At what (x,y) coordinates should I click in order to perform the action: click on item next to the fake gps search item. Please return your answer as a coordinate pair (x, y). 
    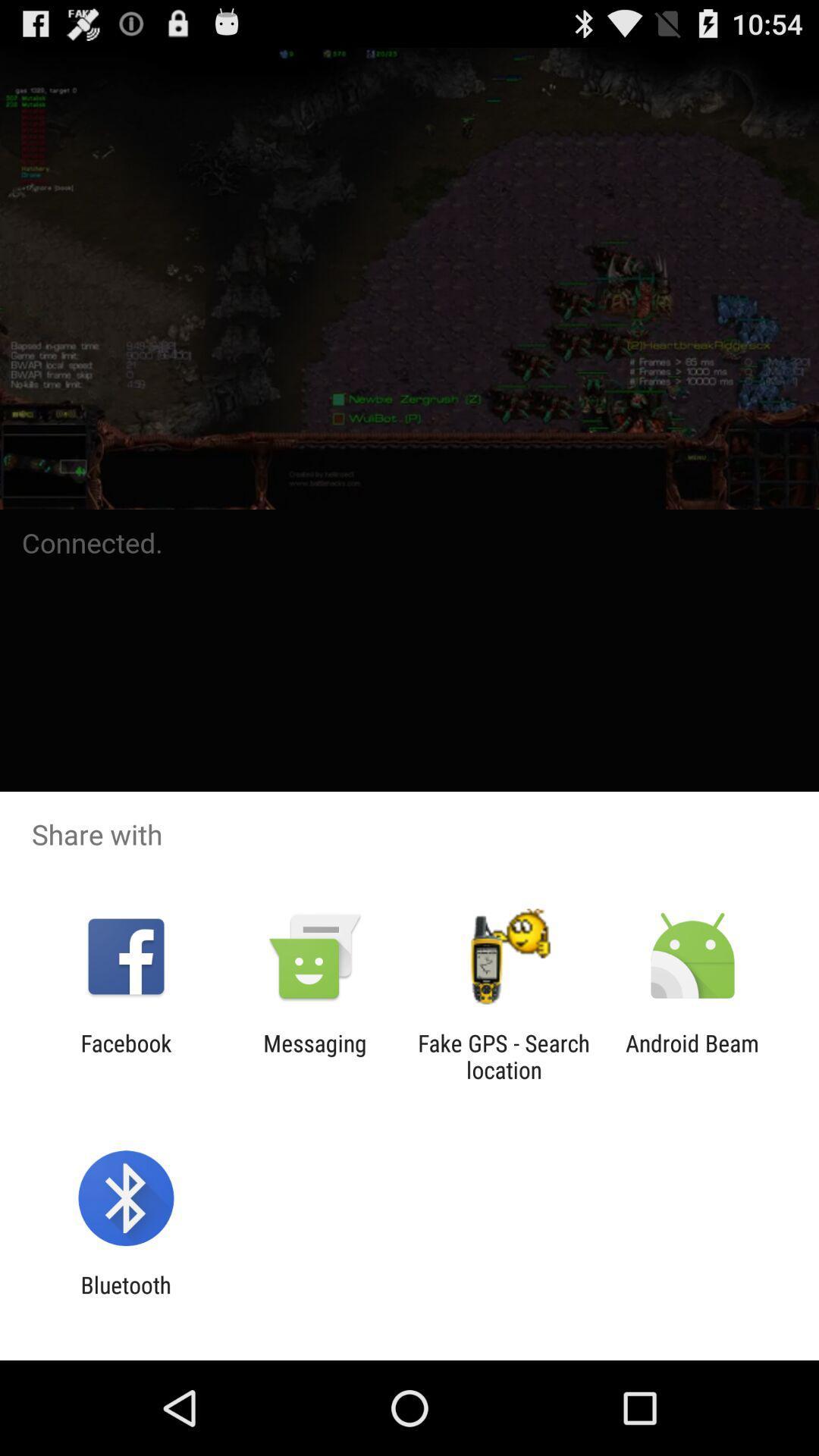
    Looking at the image, I should click on (314, 1056).